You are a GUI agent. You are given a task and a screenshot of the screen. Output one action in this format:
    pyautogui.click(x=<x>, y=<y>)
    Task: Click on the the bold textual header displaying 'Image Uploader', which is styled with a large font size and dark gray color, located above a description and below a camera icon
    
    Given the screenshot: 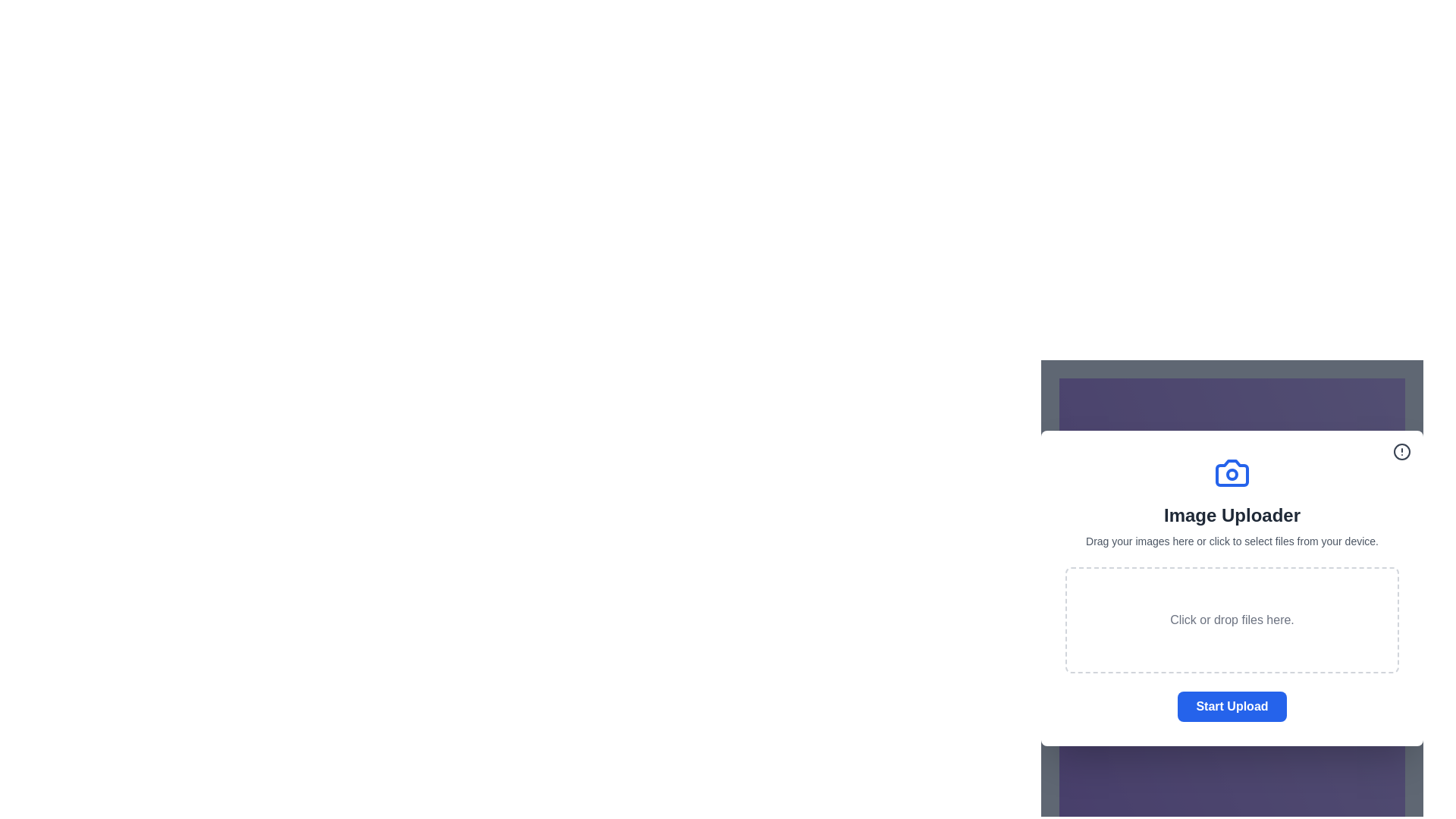 What is the action you would take?
    pyautogui.click(x=1232, y=514)
    